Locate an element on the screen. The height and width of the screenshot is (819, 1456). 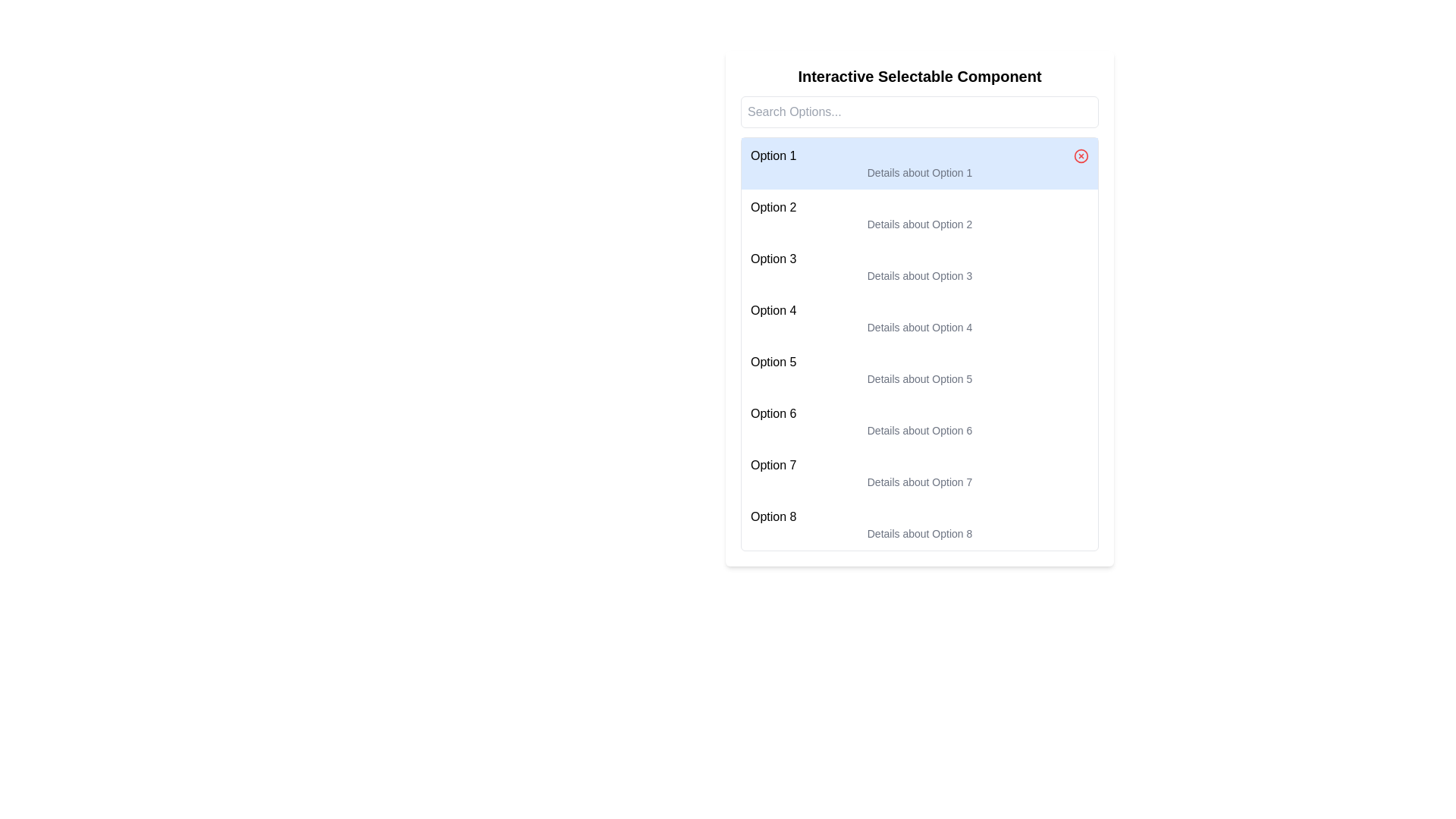
the text label reading 'Details about Option 2', which is positioned below the 'Option 2' label in a dropdown-like interface, to trigger potential highlight effects is located at coordinates (919, 224).